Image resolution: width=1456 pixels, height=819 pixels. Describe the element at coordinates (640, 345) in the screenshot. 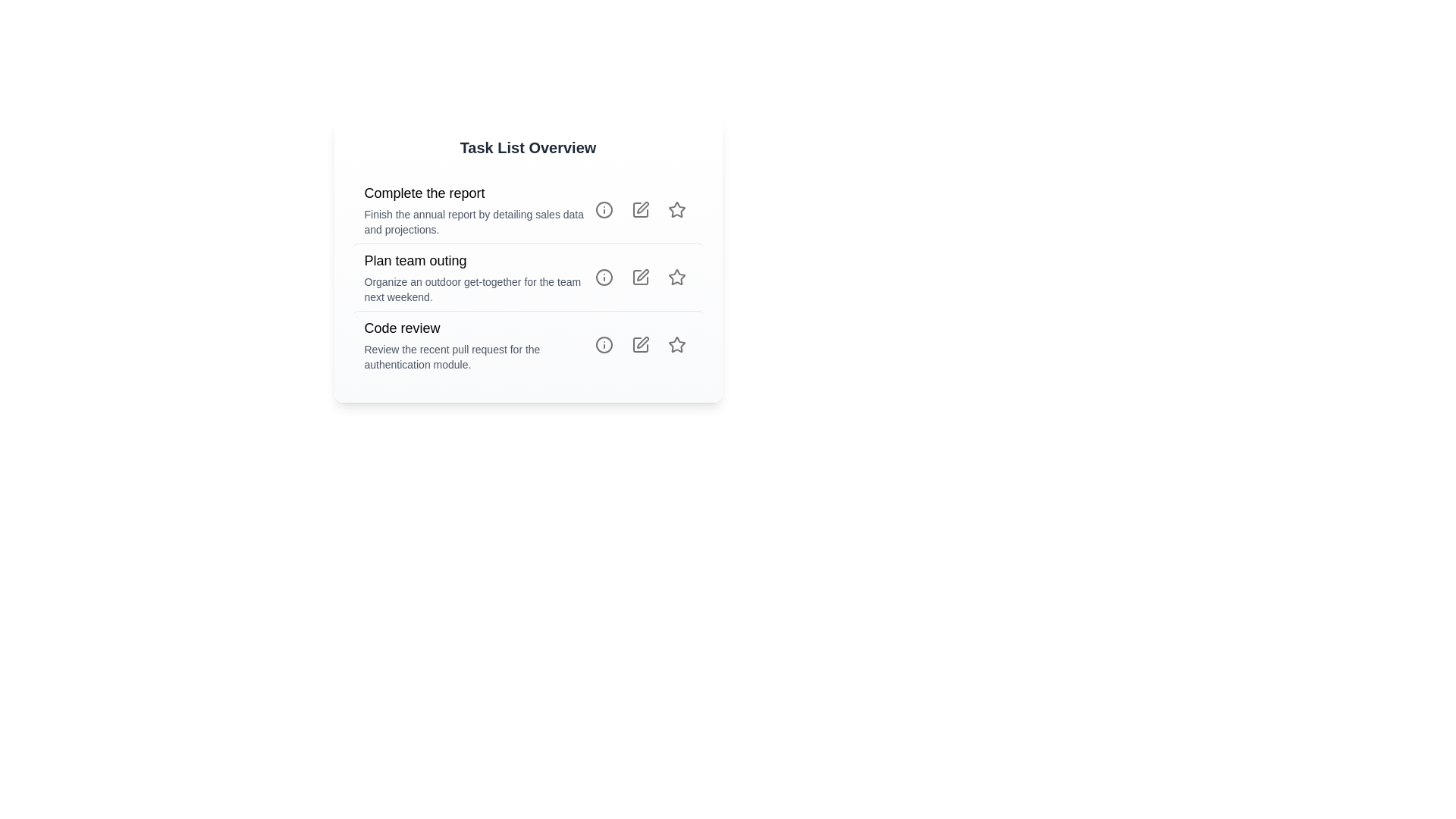

I see `the green pencil editing icon button, which is the third button in the 'Code review' row, to initiate editing` at that location.